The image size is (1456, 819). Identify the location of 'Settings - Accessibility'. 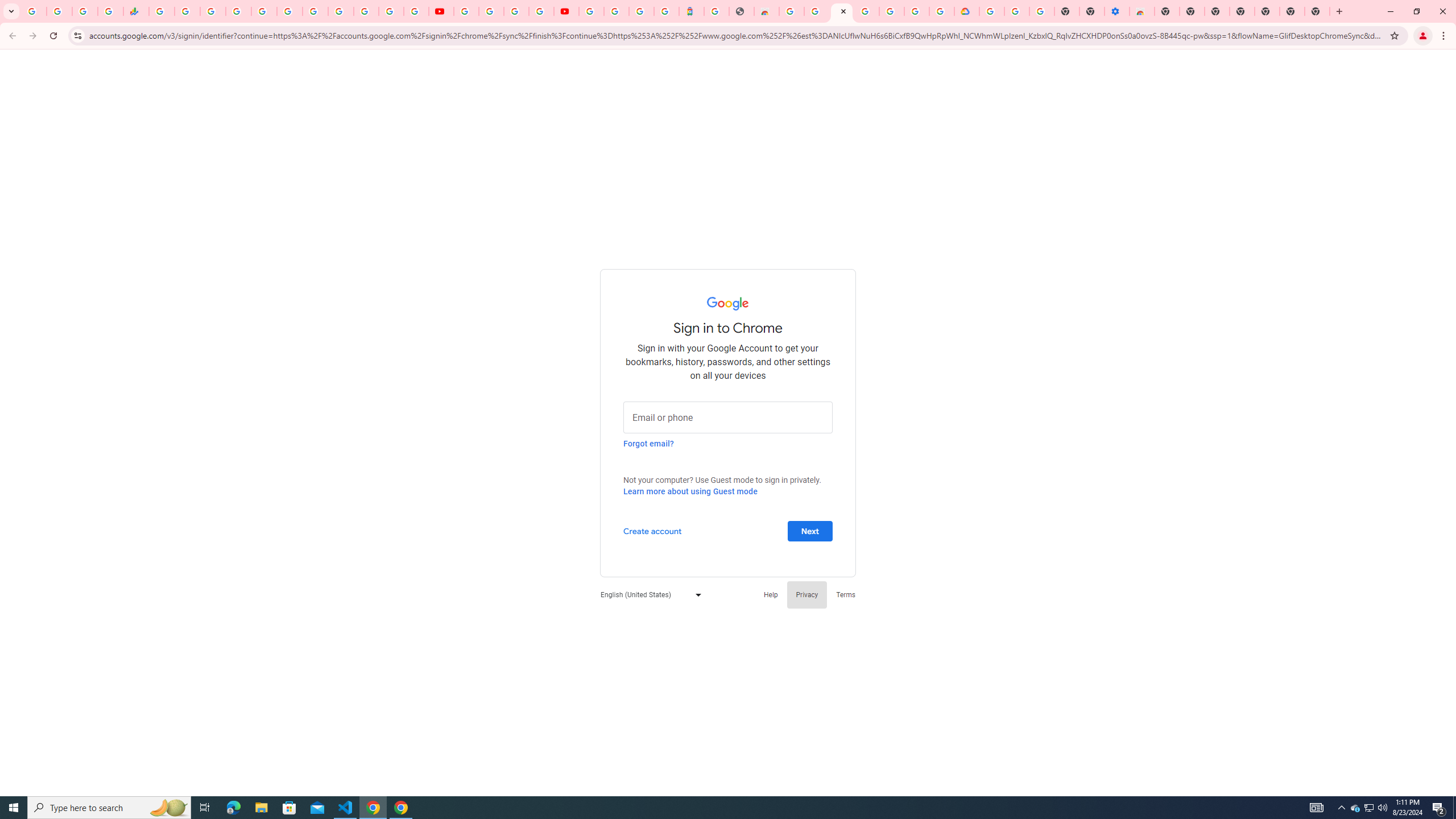
(1116, 11).